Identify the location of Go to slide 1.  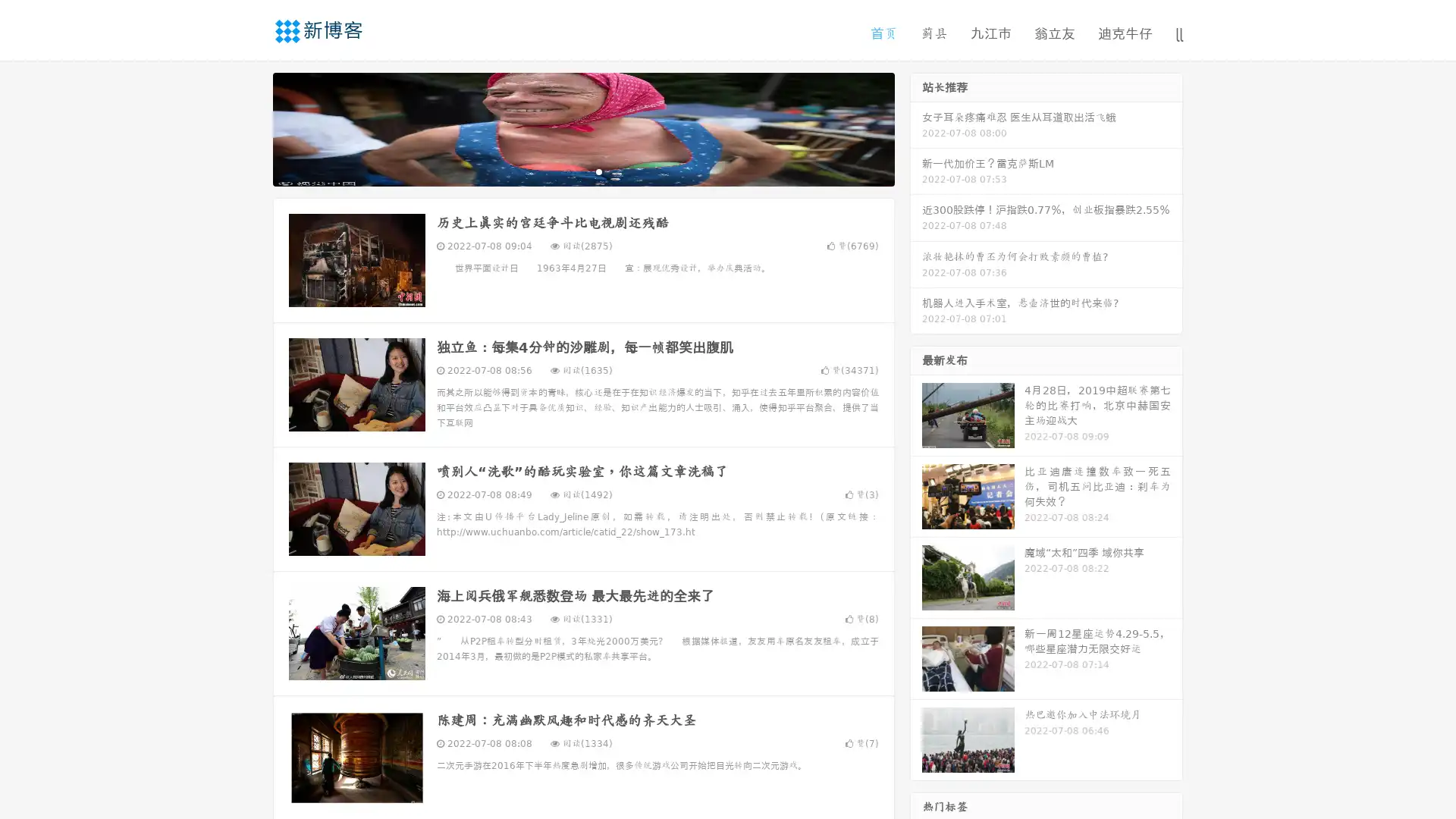
(567, 171).